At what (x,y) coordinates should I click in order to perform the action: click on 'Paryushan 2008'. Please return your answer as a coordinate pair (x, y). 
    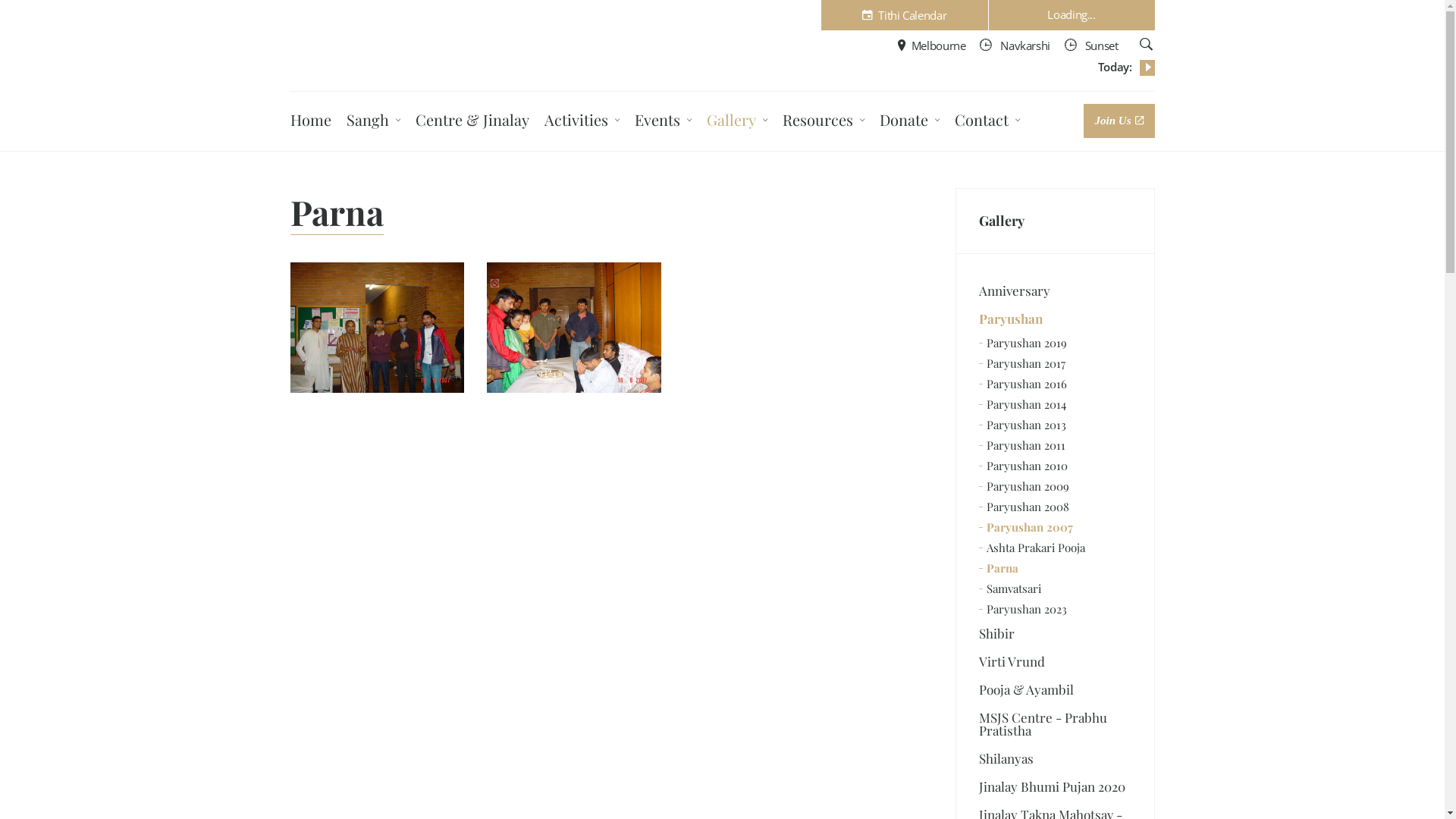
    Looking at the image, I should click on (979, 507).